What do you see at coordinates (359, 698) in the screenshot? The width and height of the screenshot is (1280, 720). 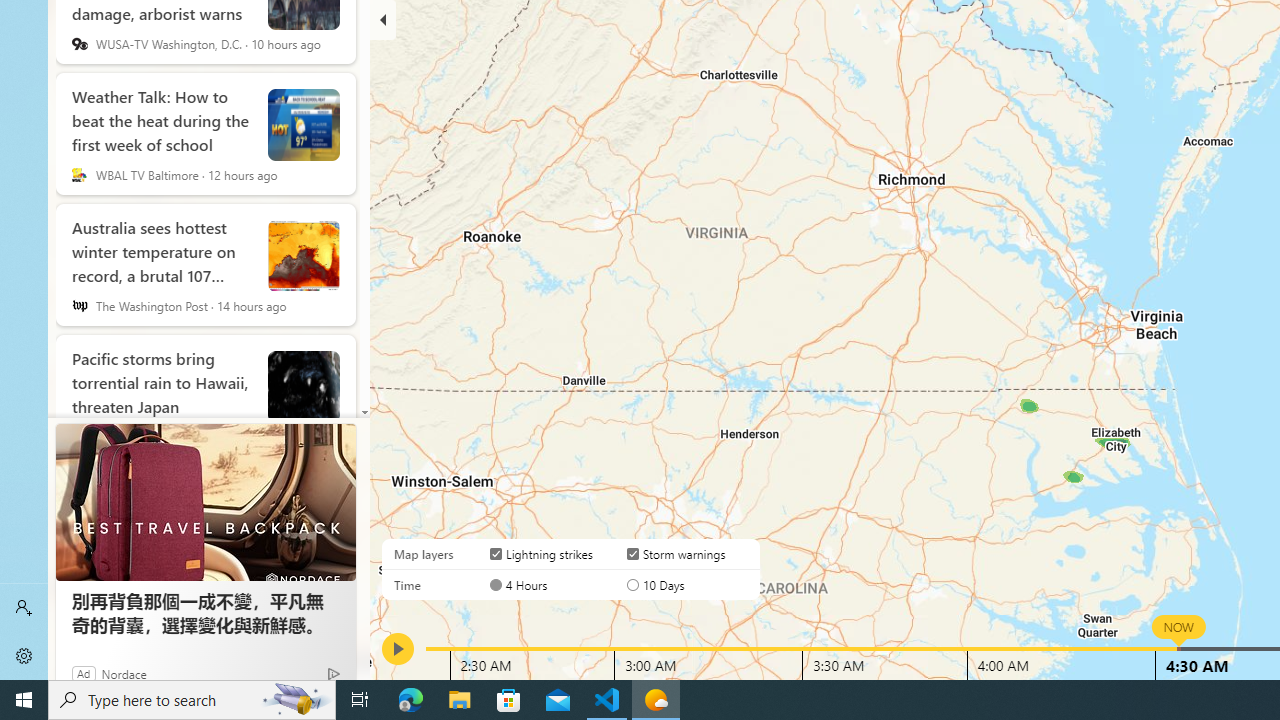 I see `'Task View'` at bounding box center [359, 698].